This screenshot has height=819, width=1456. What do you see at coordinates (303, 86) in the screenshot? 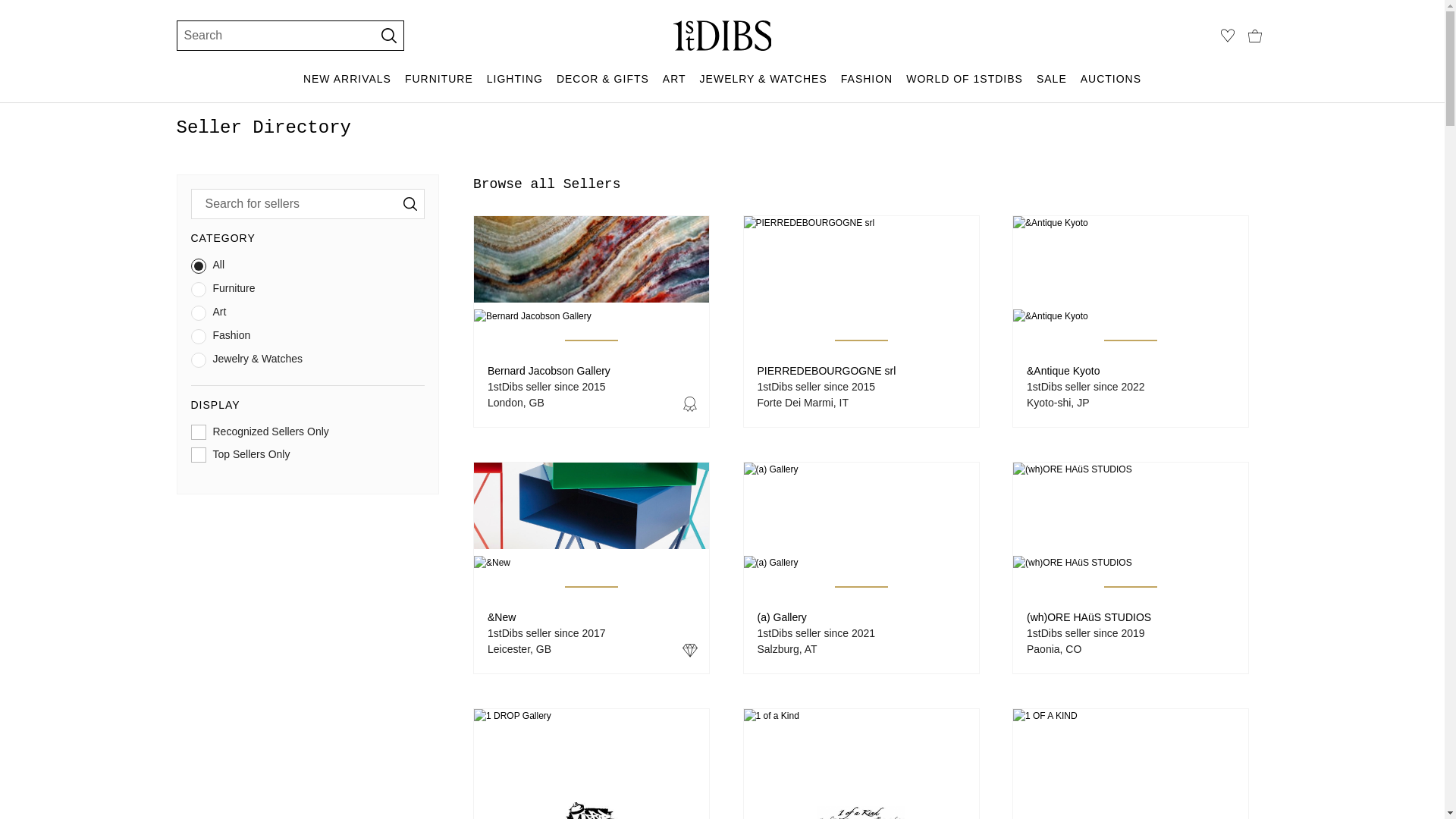
I see `'NEW ARRIVALS'` at bounding box center [303, 86].